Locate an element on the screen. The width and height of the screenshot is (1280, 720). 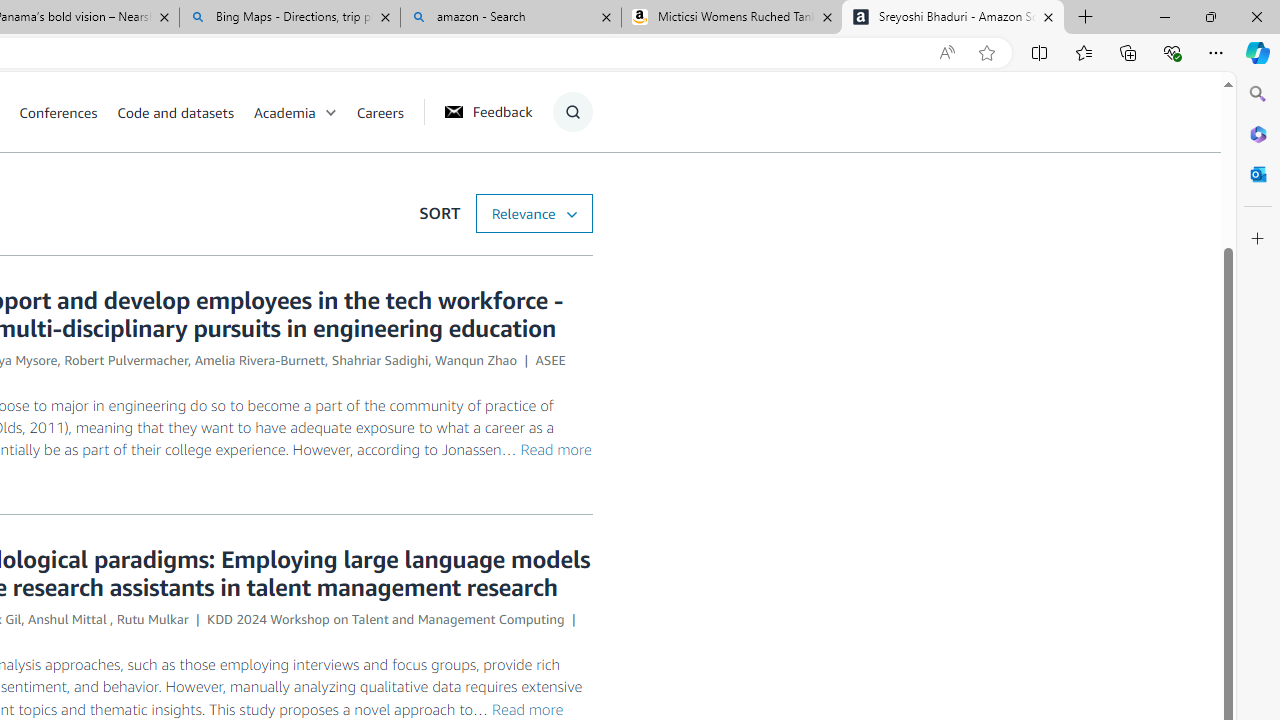
'Robert Pulvermacher' is located at coordinates (125, 360).